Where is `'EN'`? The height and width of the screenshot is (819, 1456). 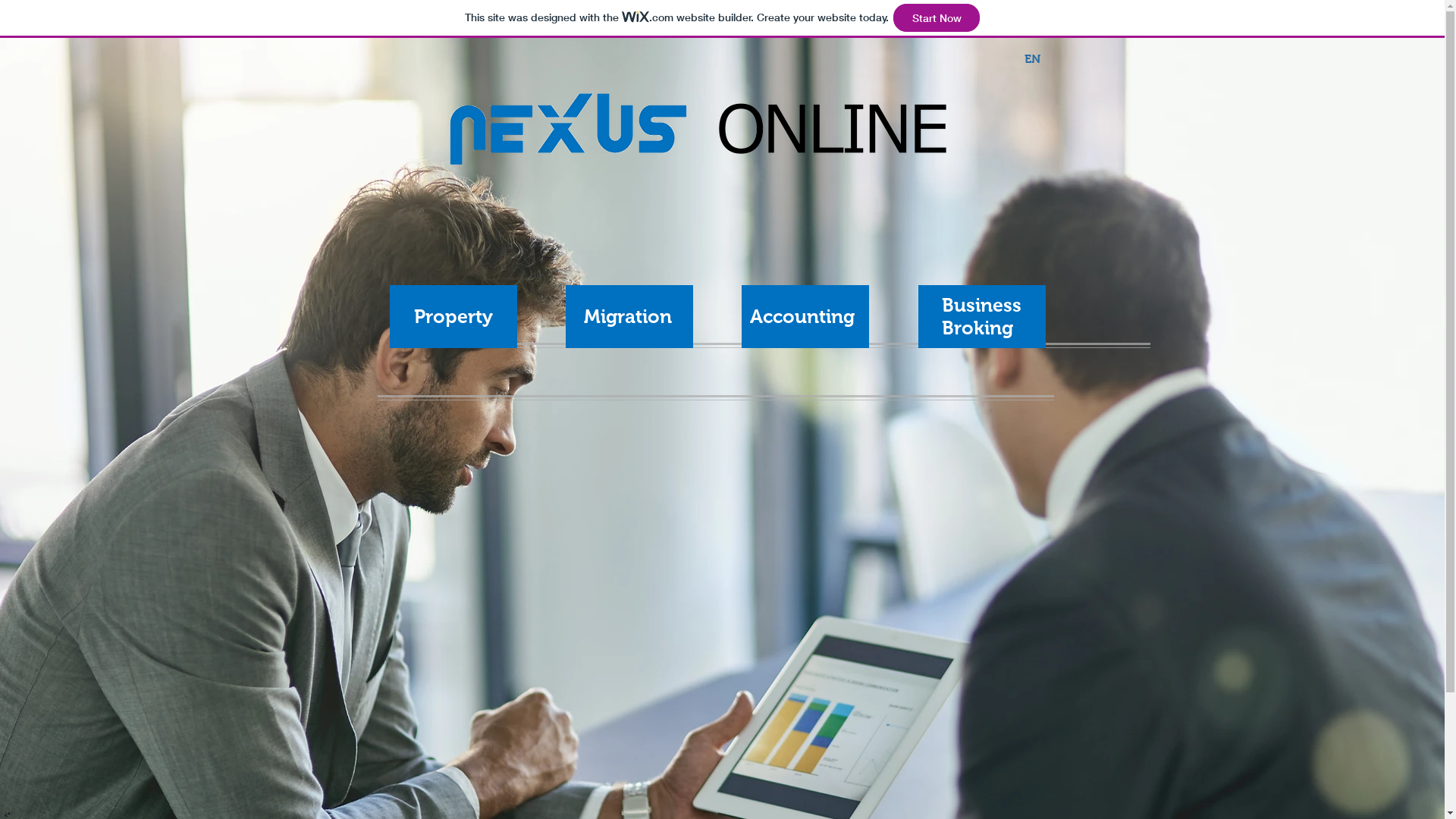 'EN' is located at coordinates (1032, 58).